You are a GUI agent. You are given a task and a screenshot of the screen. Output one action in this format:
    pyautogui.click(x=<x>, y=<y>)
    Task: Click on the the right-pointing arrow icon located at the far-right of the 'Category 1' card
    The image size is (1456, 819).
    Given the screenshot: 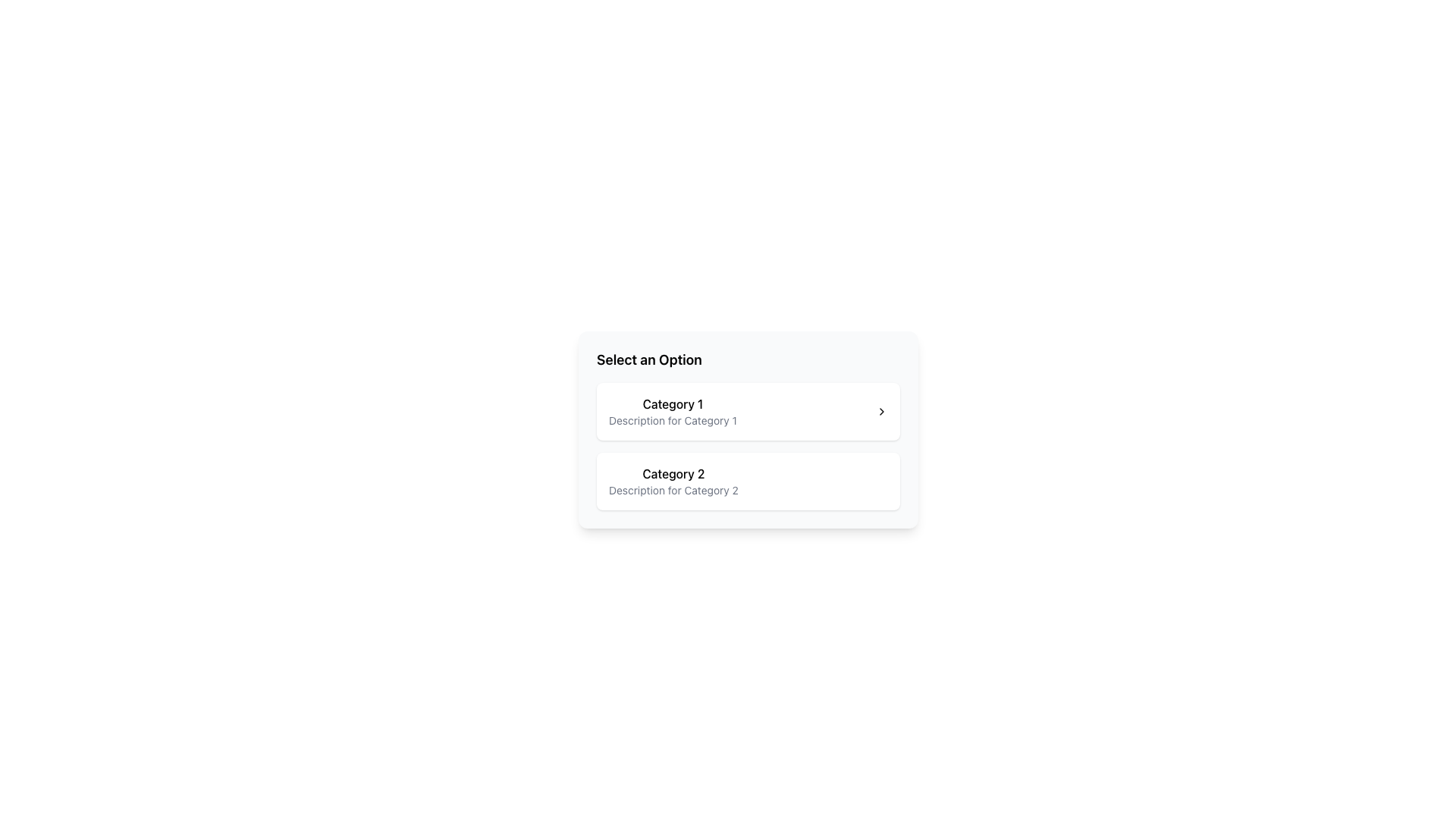 What is the action you would take?
    pyautogui.click(x=881, y=412)
    